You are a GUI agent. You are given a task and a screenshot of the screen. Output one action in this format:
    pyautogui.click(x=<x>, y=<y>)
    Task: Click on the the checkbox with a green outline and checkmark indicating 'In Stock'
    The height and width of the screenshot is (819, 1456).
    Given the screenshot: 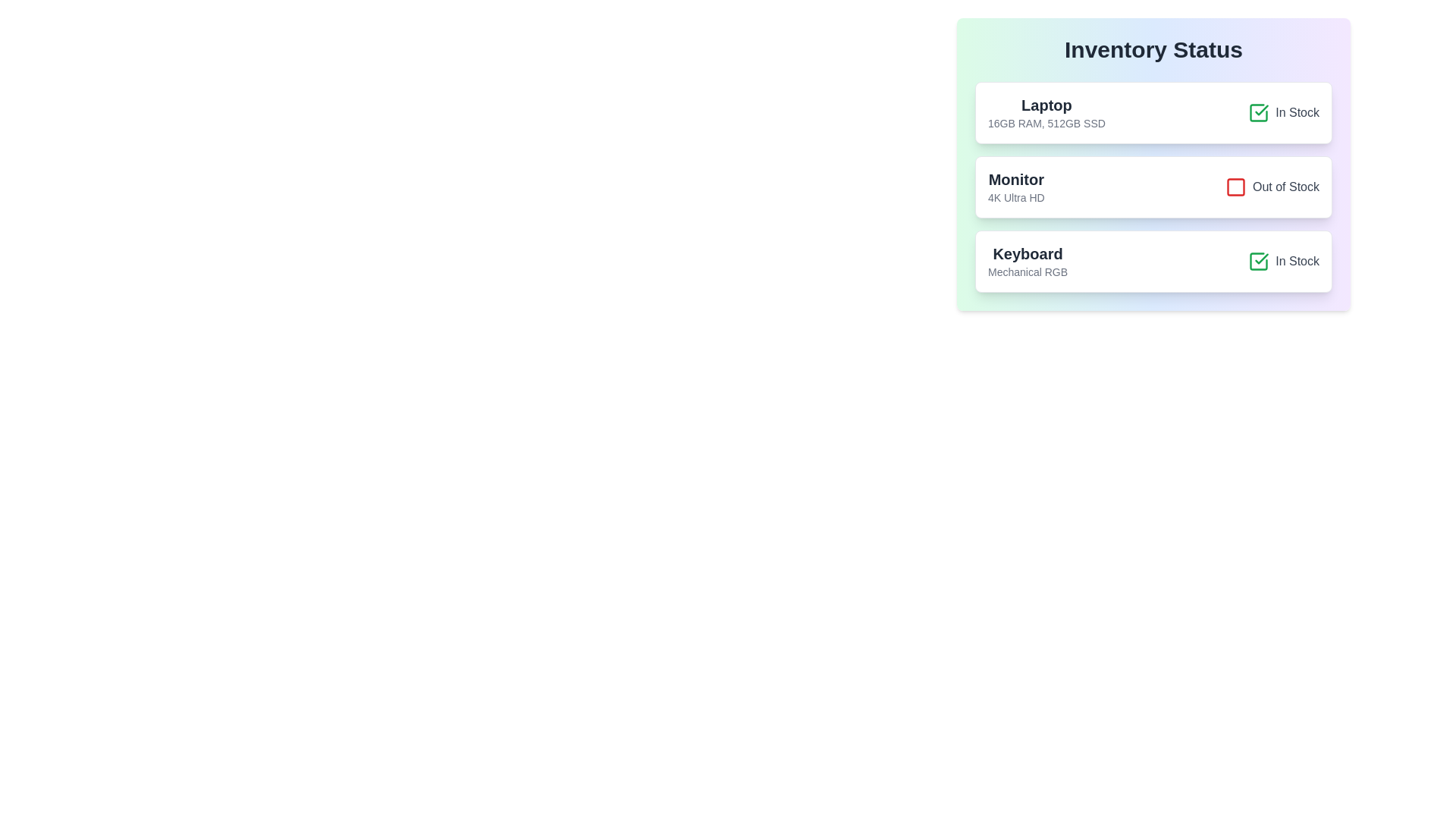 What is the action you would take?
    pyautogui.click(x=1283, y=260)
    